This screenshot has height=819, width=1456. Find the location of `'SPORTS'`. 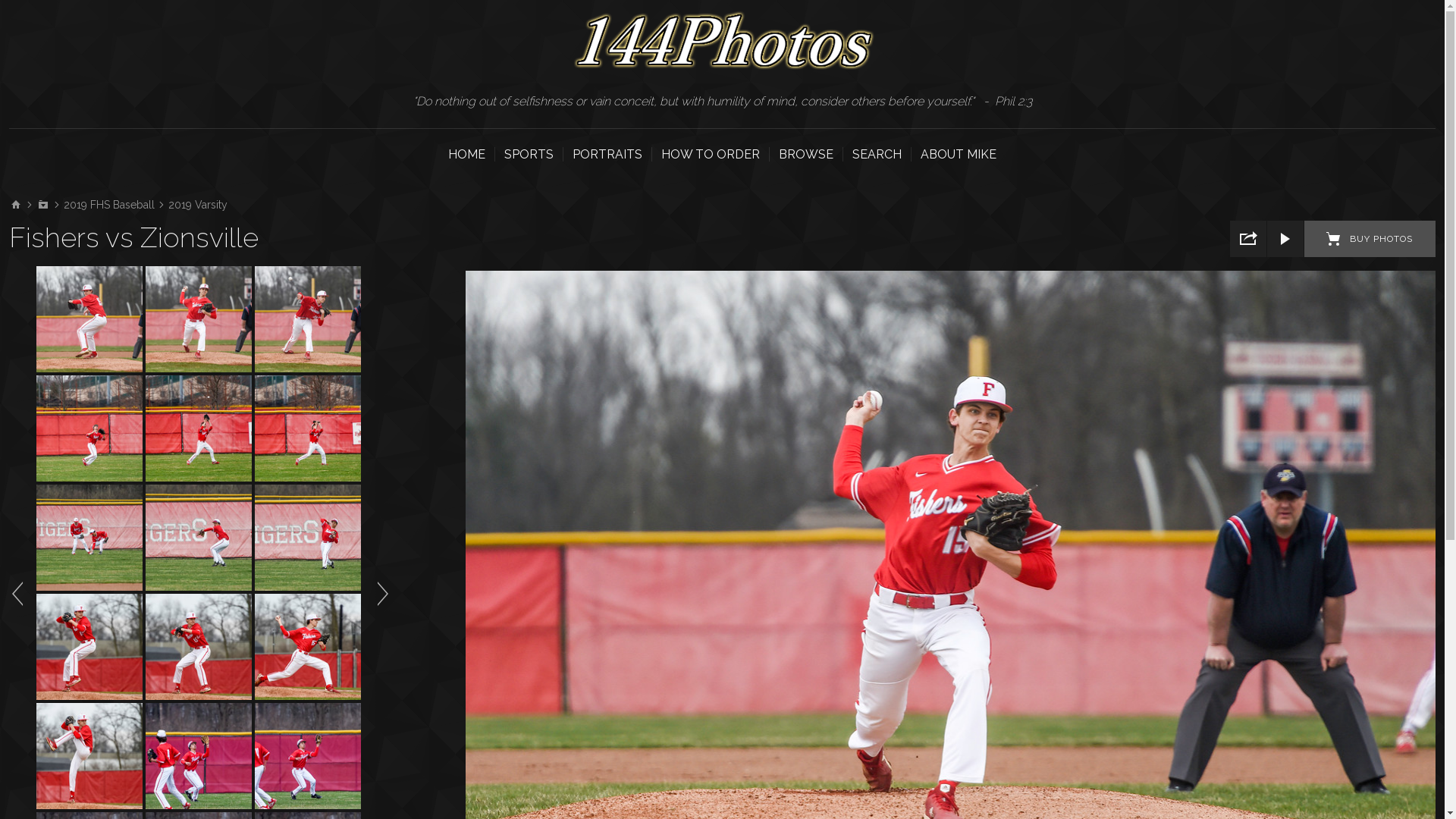

'SPORTS' is located at coordinates (529, 154).